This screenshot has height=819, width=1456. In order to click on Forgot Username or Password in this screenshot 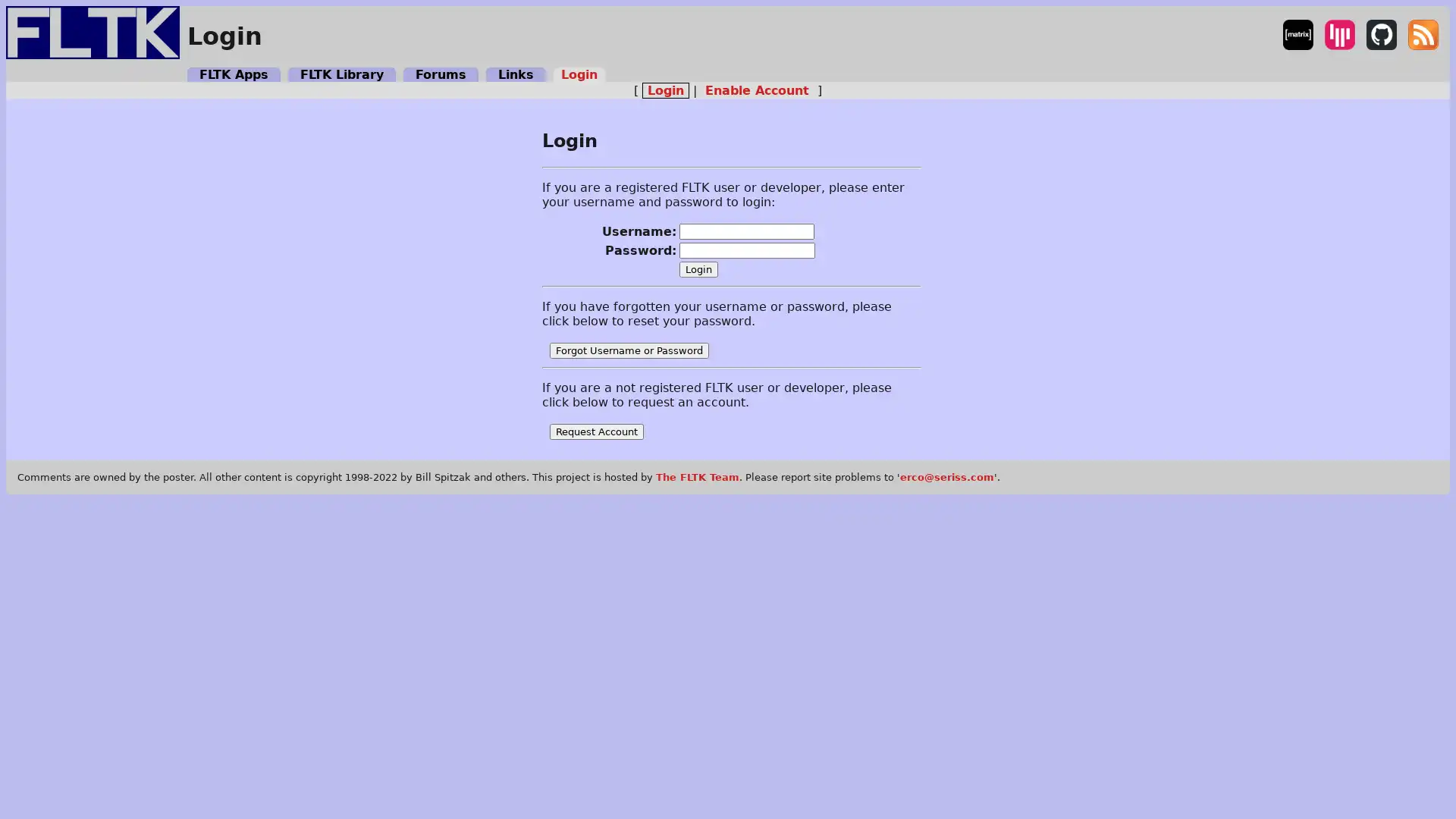, I will do `click(629, 350)`.